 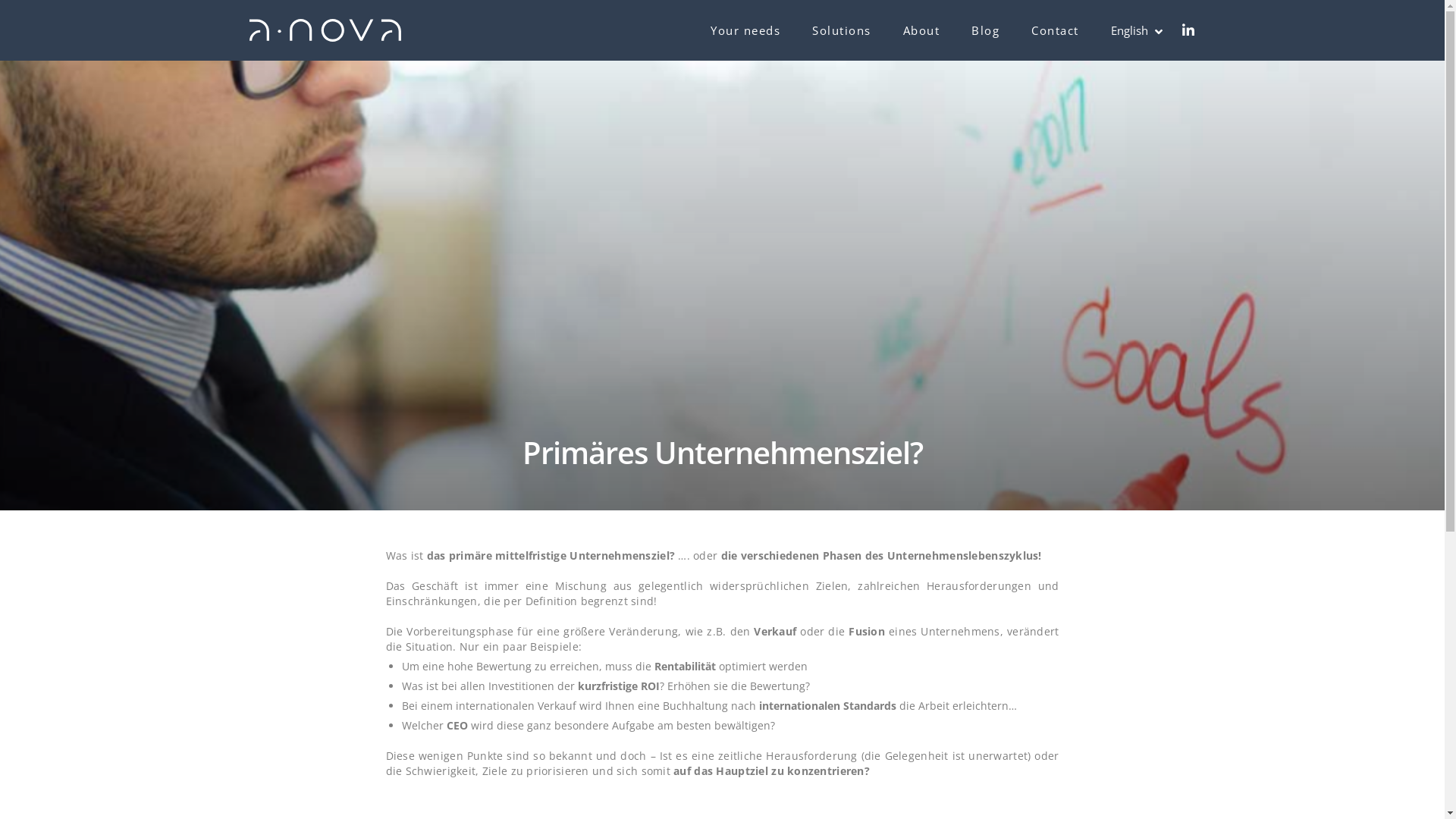 What do you see at coordinates (1020, 573) in the screenshot?
I see `'Nous contacter'` at bounding box center [1020, 573].